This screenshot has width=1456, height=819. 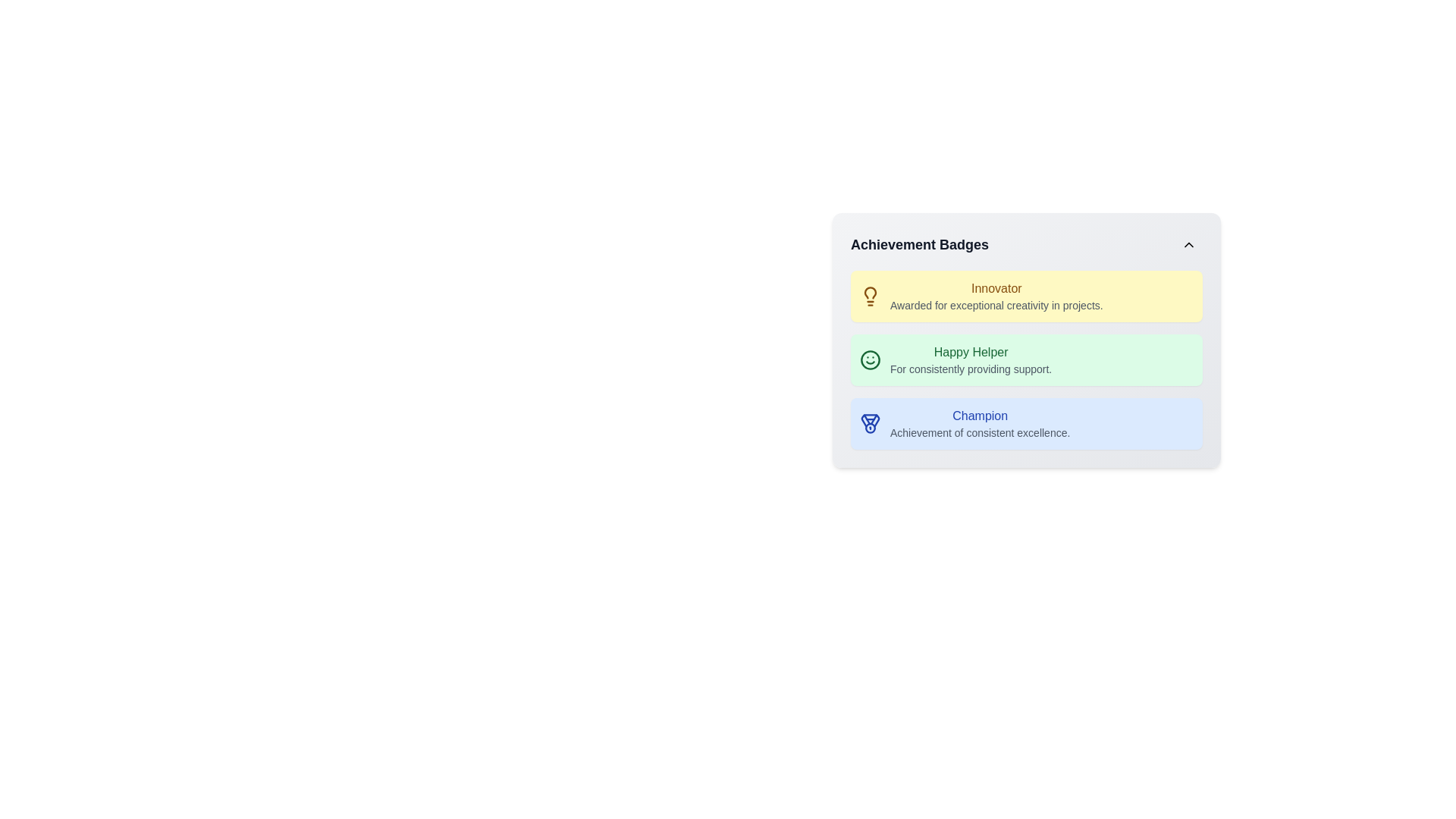 I want to click on the text label displaying 'Champion', which is styled in blue and positioned above the descriptive text in the 'Achievement Badges' list interface, so click(x=980, y=416).